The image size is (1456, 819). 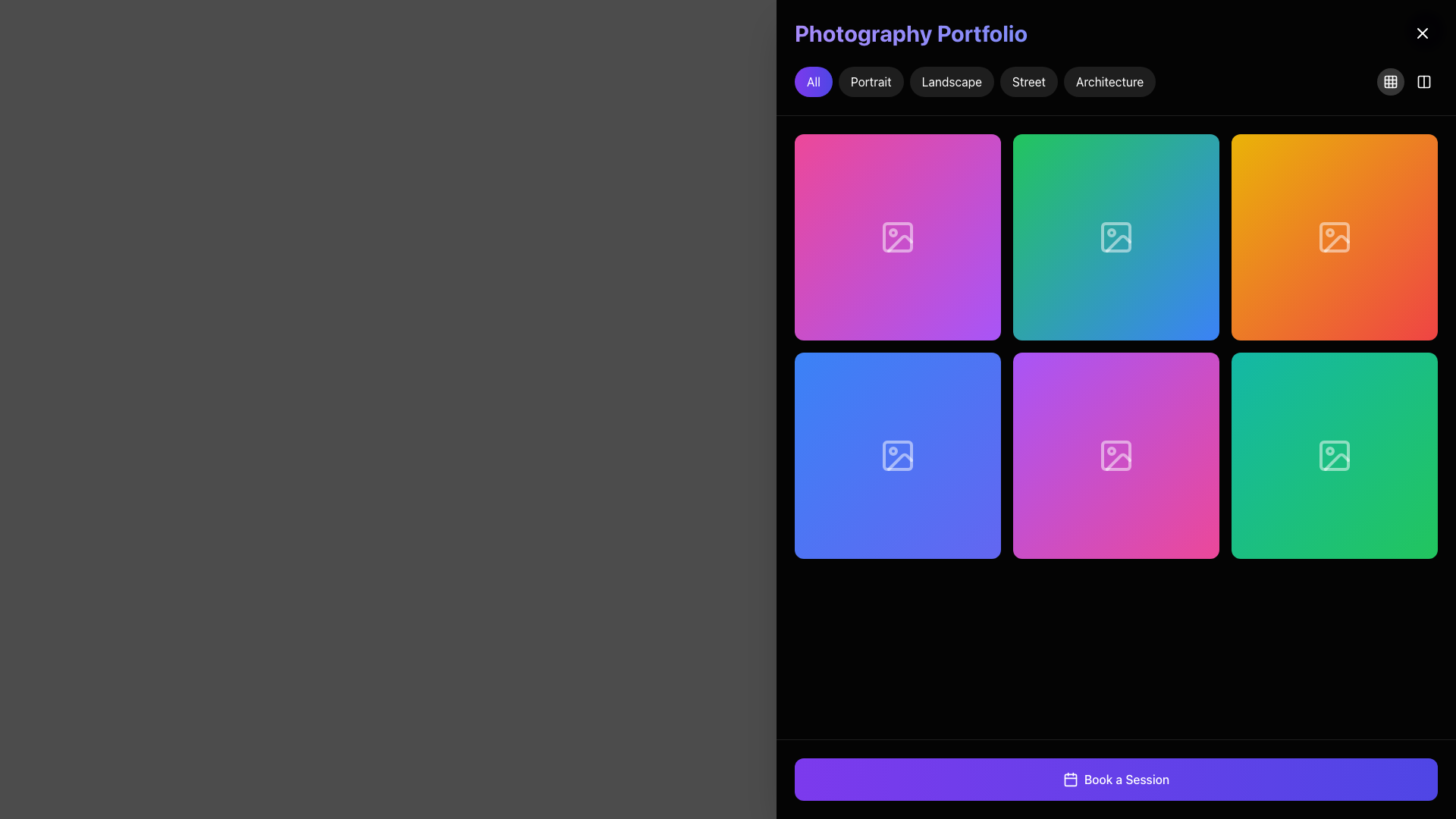 What do you see at coordinates (1335, 455) in the screenshot?
I see `the SVG graphical shape with a rect type located in the bottom-right corner of the rightmost green tile in the second row of the gallery grid` at bounding box center [1335, 455].